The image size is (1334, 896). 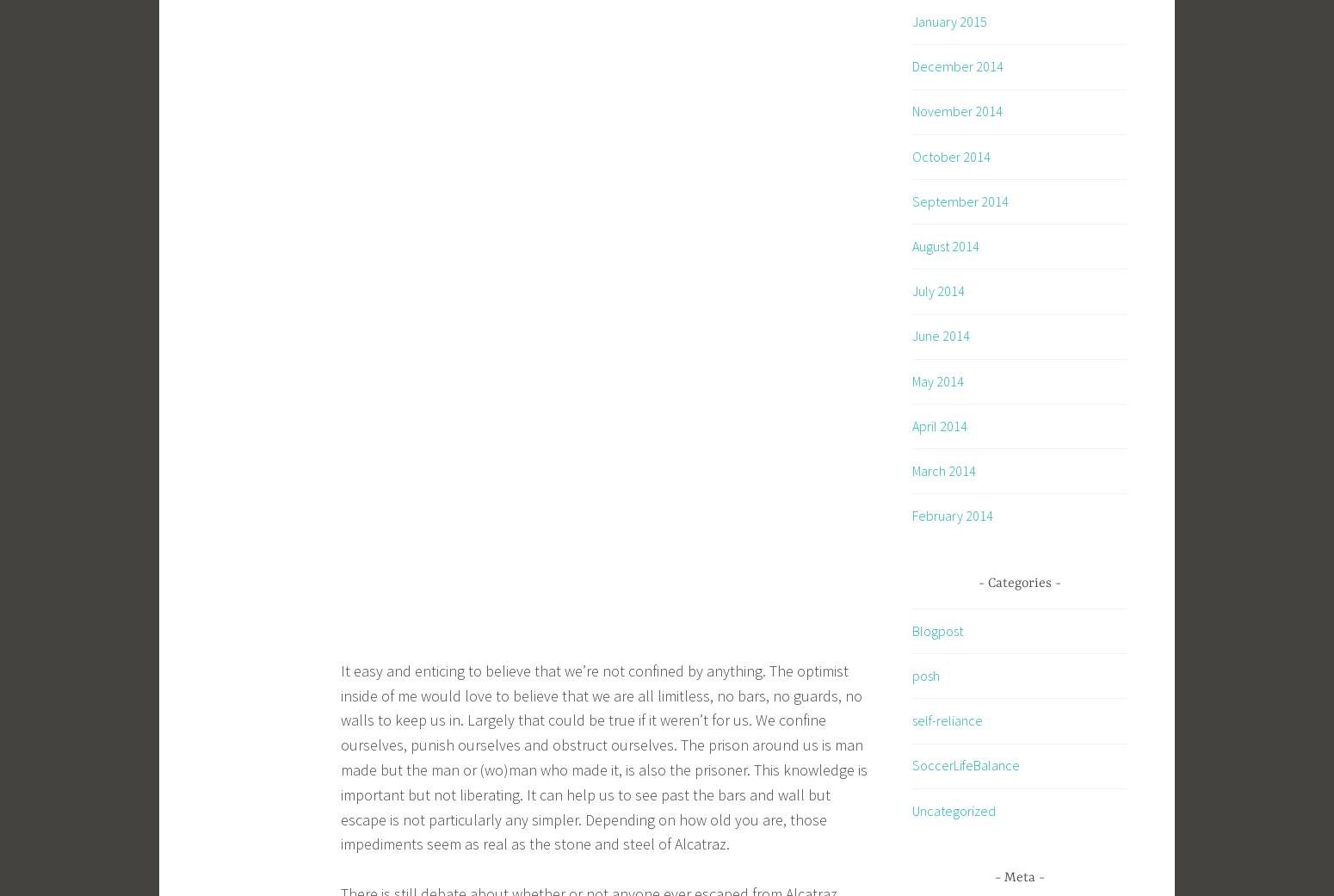 What do you see at coordinates (960, 199) in the screenshot?
I see `'September 2014'` at bounding box center [960, 199].